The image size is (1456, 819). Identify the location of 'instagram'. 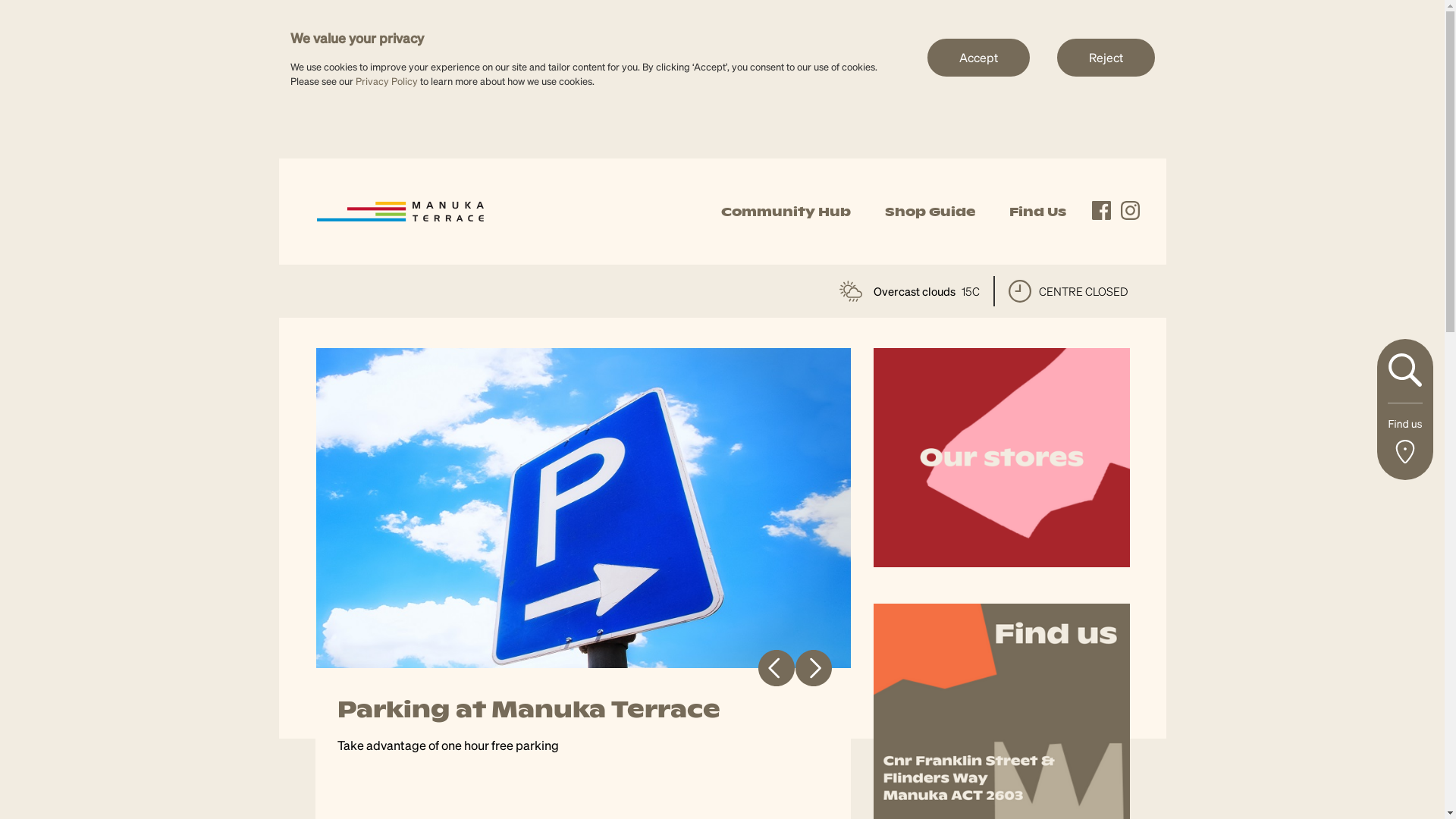
(1130, 210).